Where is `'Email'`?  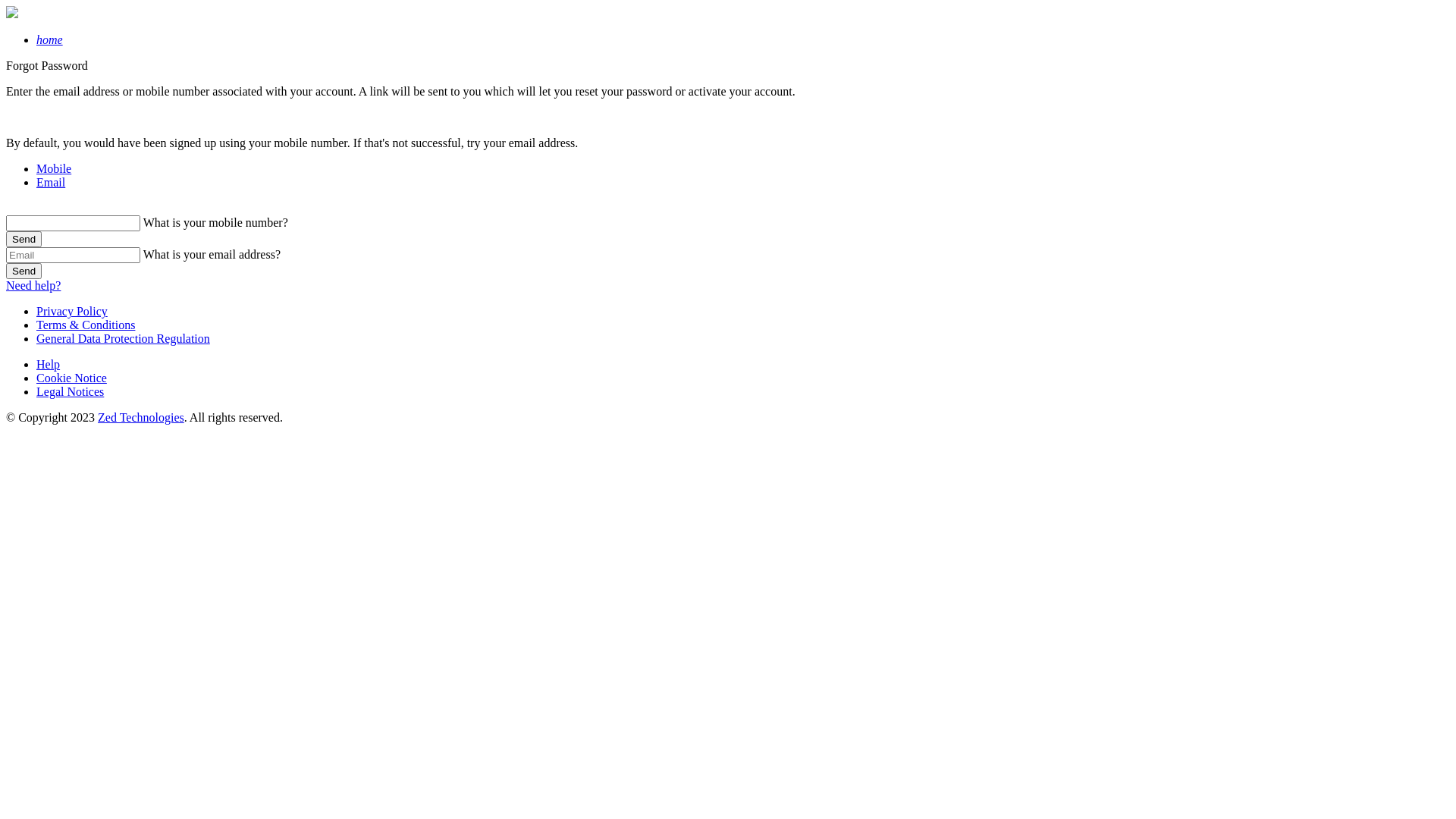
'Email' is located at coordinates (51, 181).